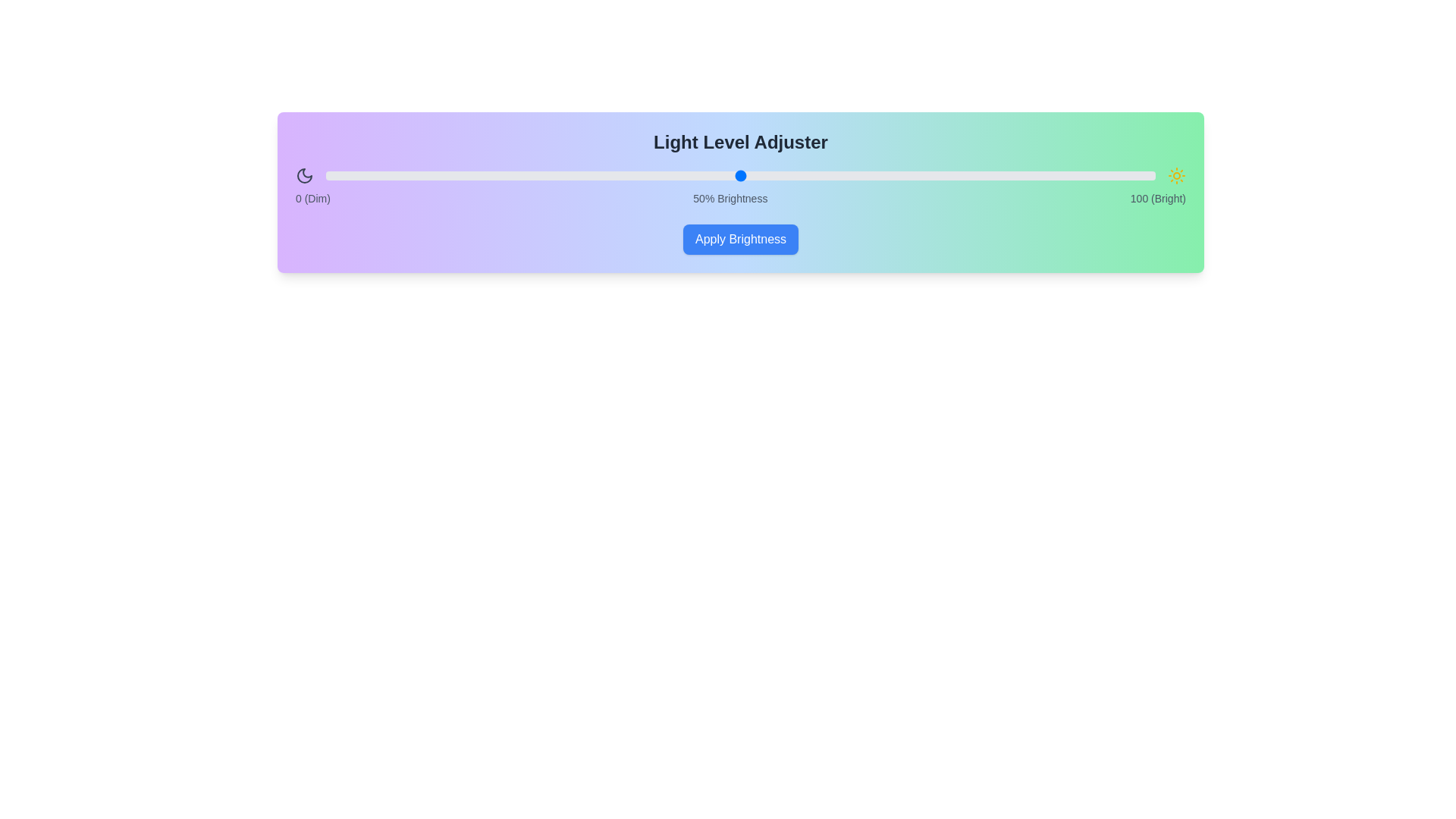 This screenshot has height=819, width=1456. What do you see at coordinates (947, 174) in the screenshot?
I see `the brightness slider to 75%` at bounding box center [947, 174].